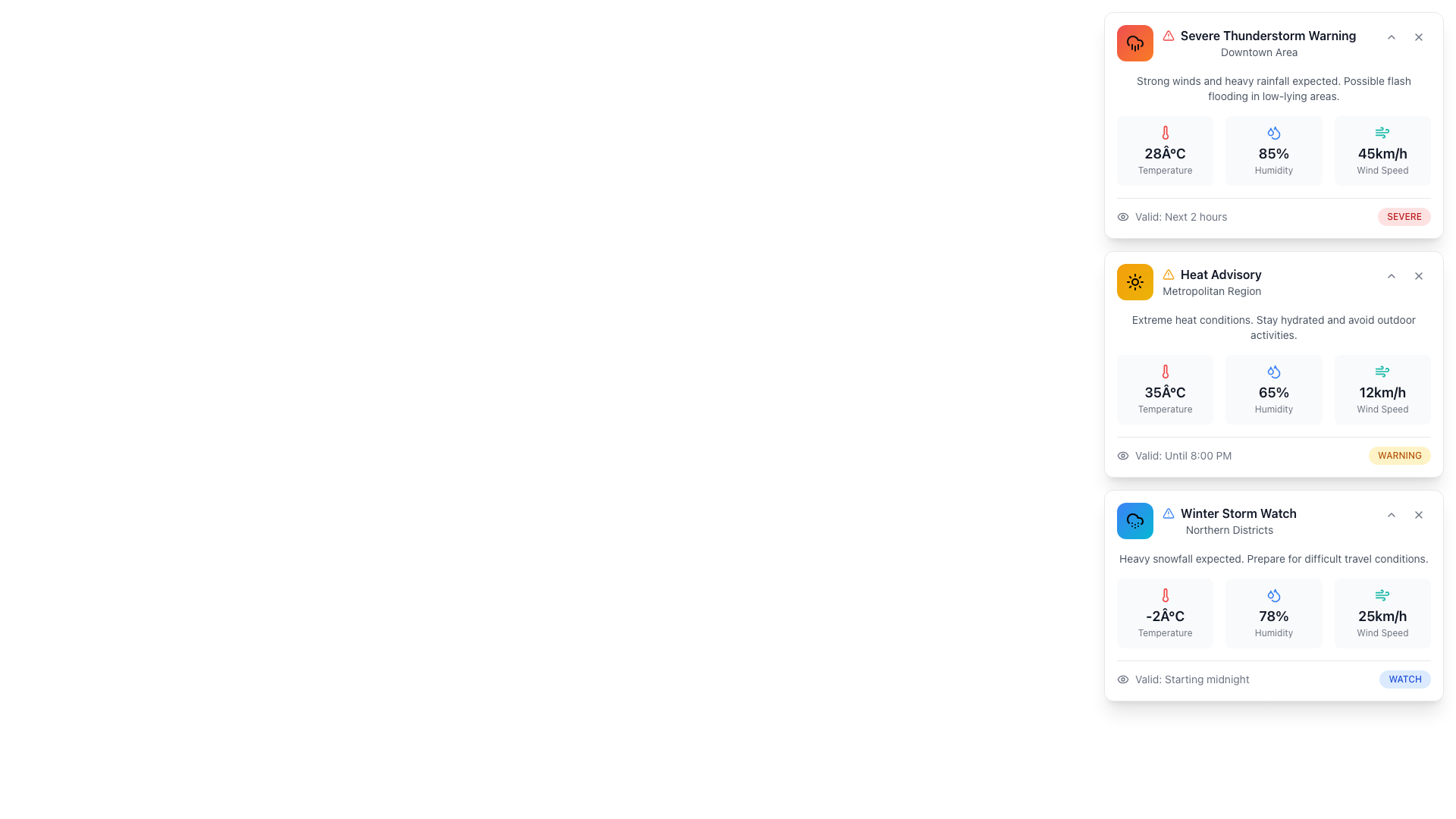 The image size is (1456, 819). What do you see at coordinates (1259, 52) in the screenshot?
I see `context text label that displays 'Downtown Area', which is located below the main title 'Severe Thunderstorm Warning' in the weather warning section` at bounding box center [1259, 52].